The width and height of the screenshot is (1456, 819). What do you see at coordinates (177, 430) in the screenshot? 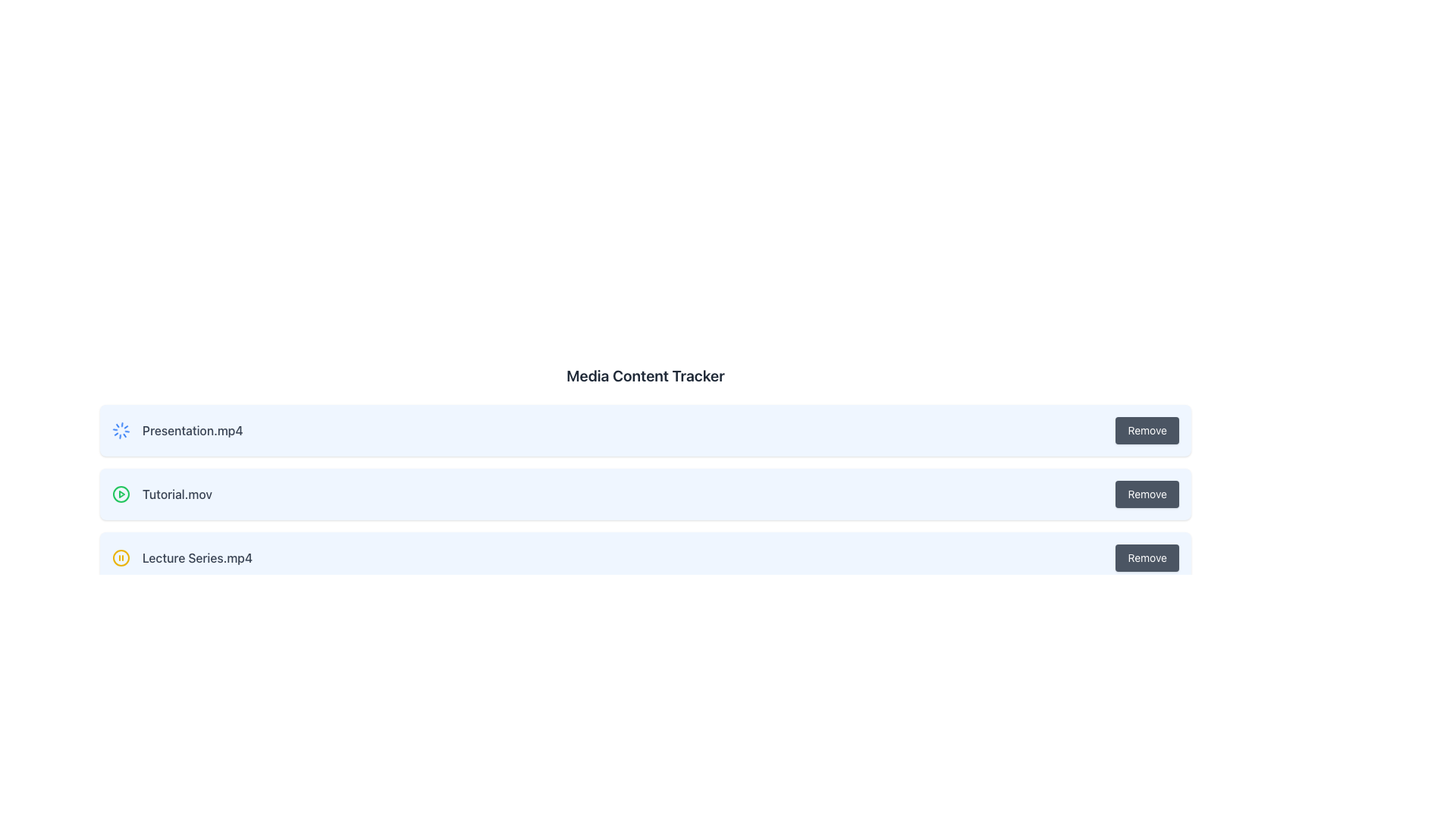
I see `the loading indicator label for the 'Presentation.mp4' item, located in the first row of a vertically stacked list, in the left portion of the row` at bounding box center [177, 430].